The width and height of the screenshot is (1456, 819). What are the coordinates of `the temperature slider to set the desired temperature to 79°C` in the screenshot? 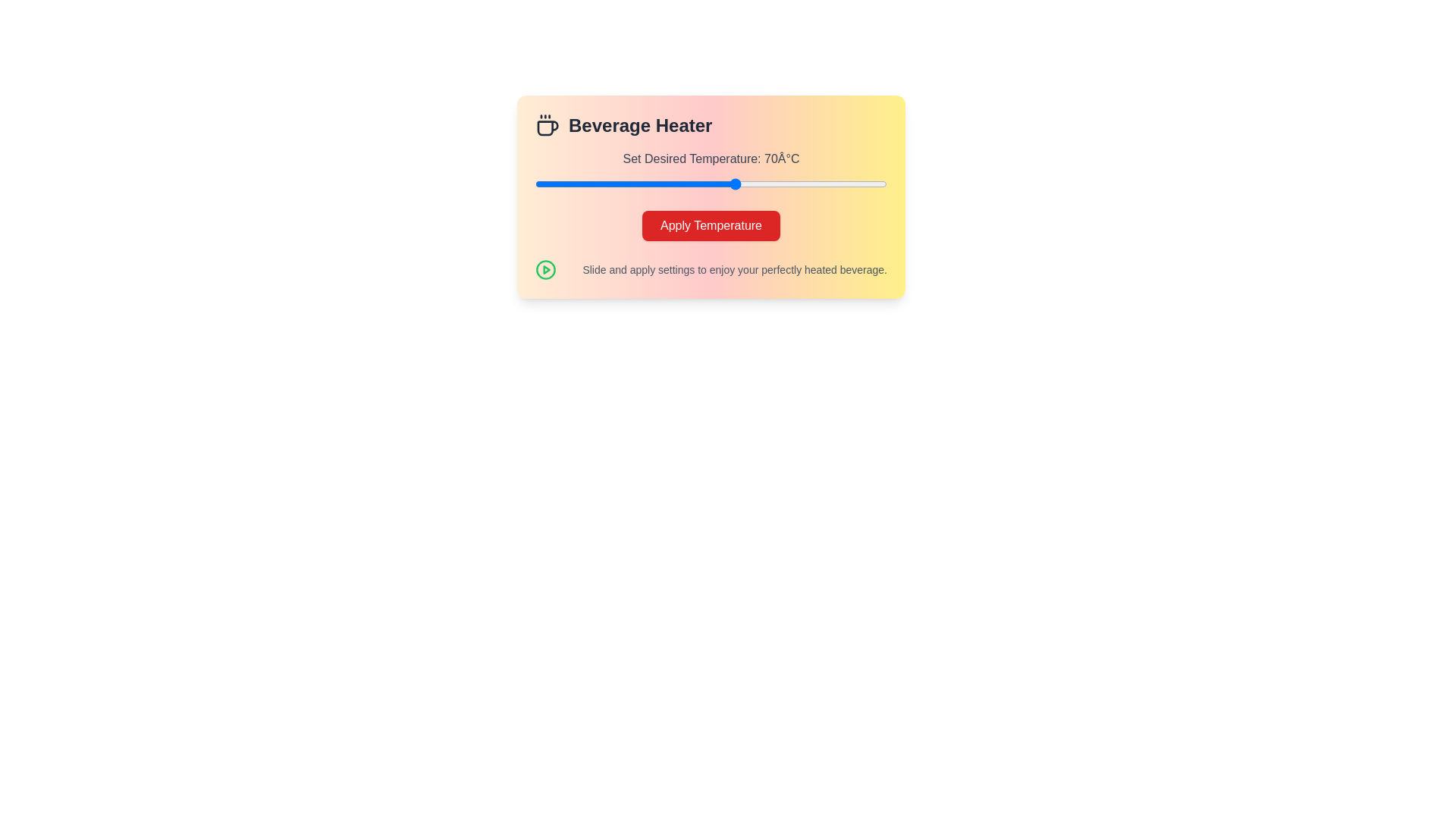 It's located at (781, 184).